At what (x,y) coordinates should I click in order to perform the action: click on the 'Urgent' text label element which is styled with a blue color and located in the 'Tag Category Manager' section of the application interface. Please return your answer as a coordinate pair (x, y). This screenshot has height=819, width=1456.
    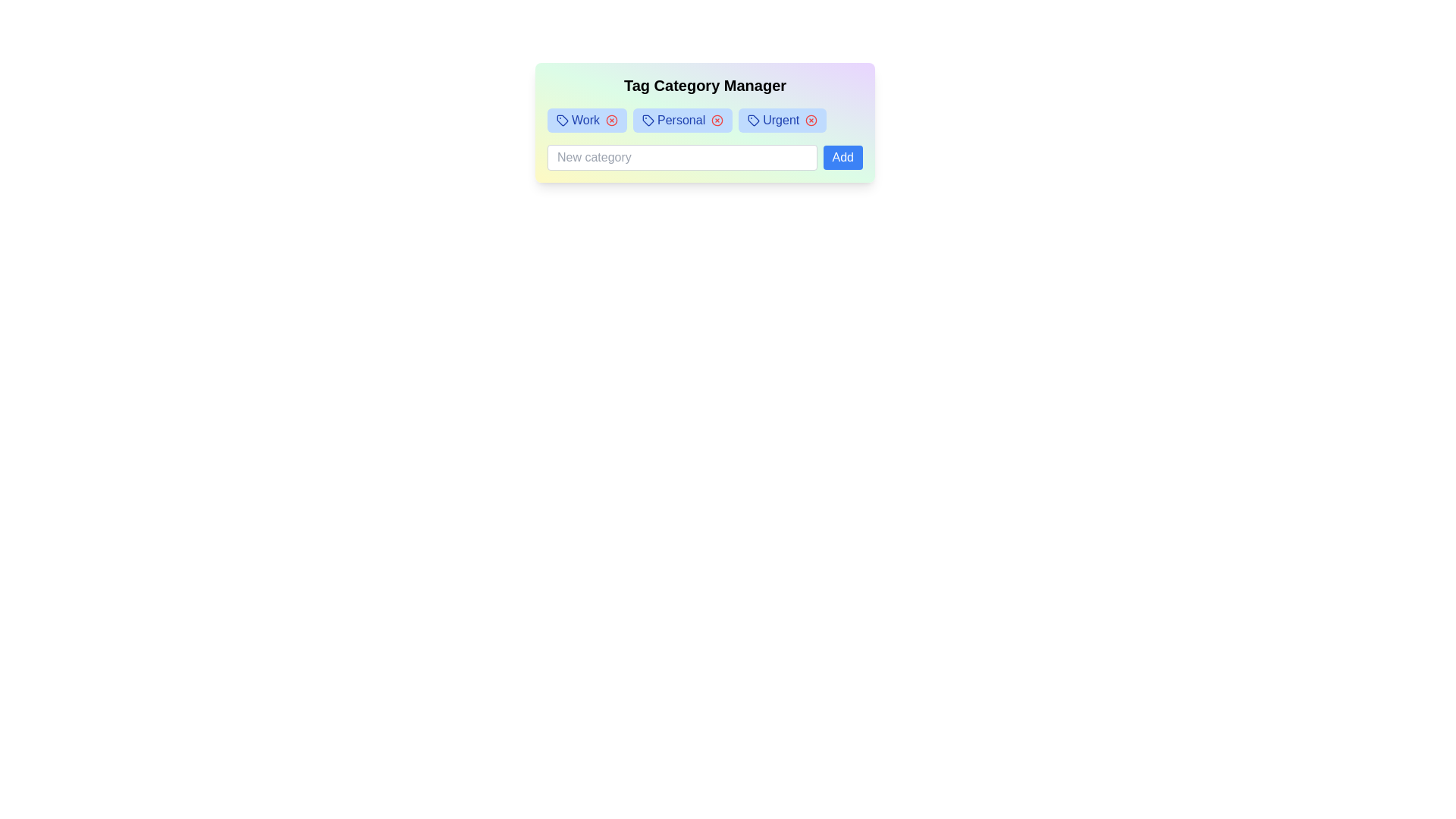
    Looking at the image, I should click on (781, 119).